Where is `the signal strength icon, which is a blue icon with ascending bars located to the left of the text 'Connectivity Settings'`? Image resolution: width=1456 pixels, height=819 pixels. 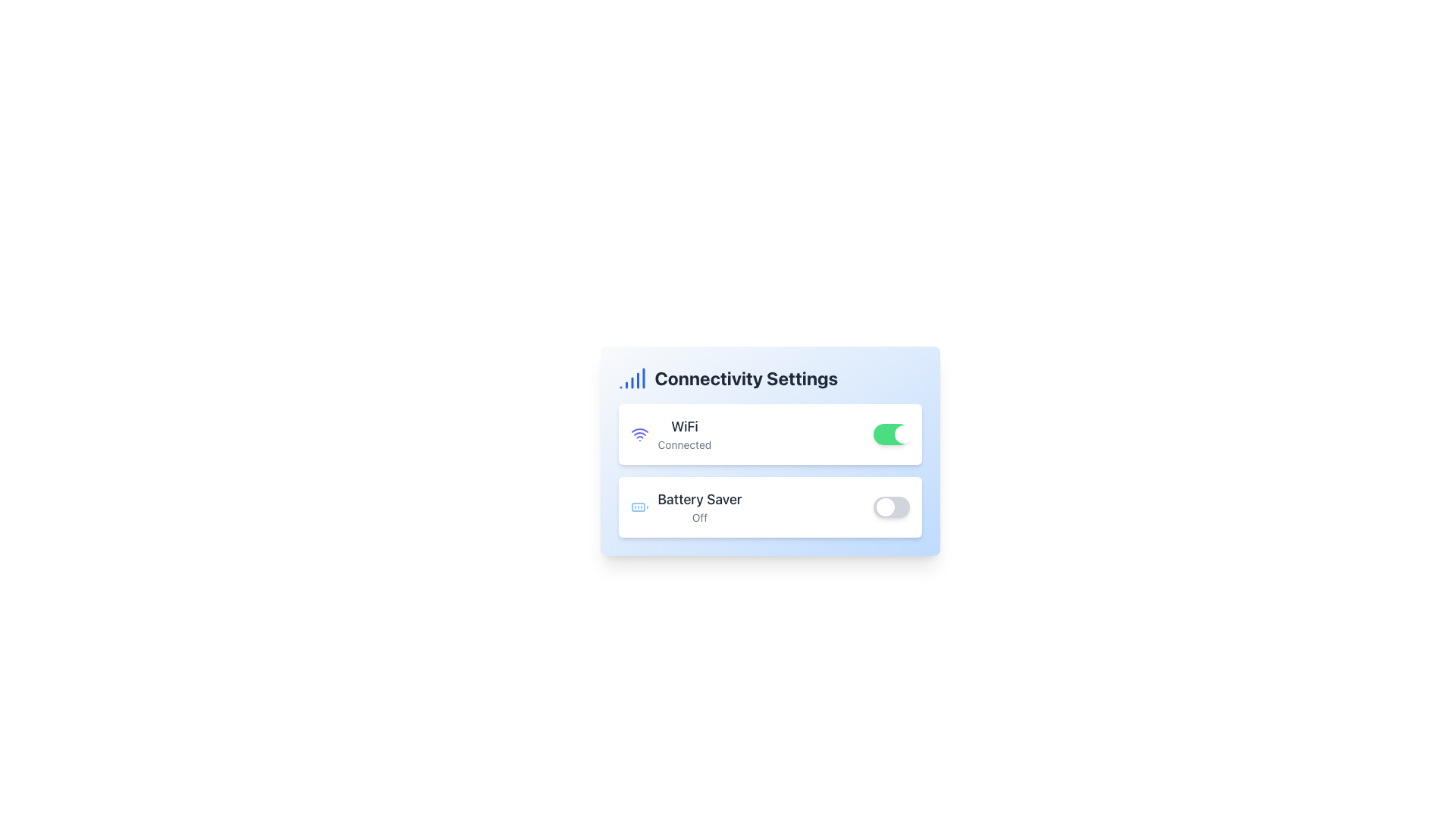
the signal strength icon, which is a blue icon with ascending bars located to the left of the text 'Connectivity Settings' is located at coordinates (632, 377).